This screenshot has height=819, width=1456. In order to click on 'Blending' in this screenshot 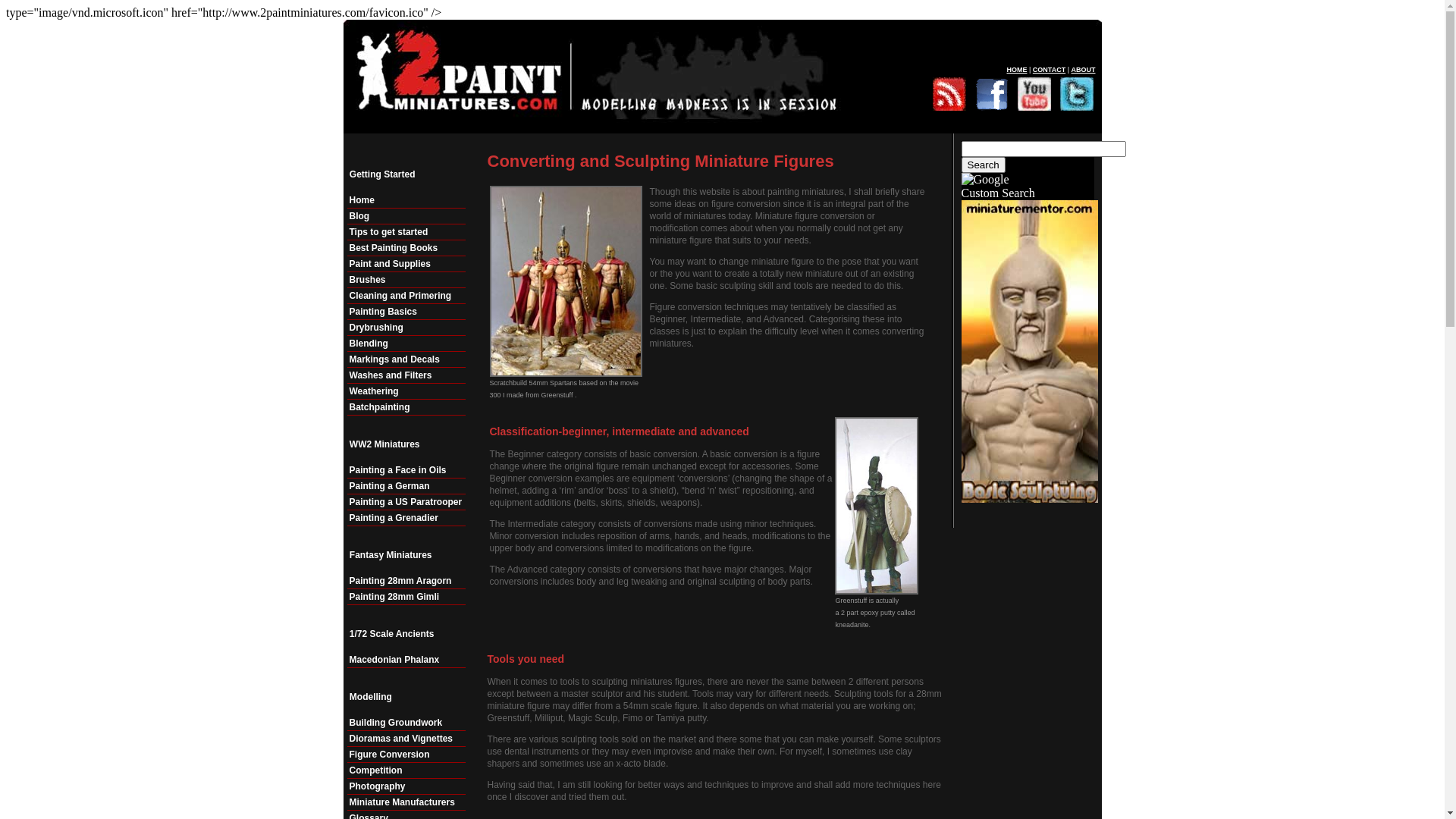, I will do `click(406, 344)`.